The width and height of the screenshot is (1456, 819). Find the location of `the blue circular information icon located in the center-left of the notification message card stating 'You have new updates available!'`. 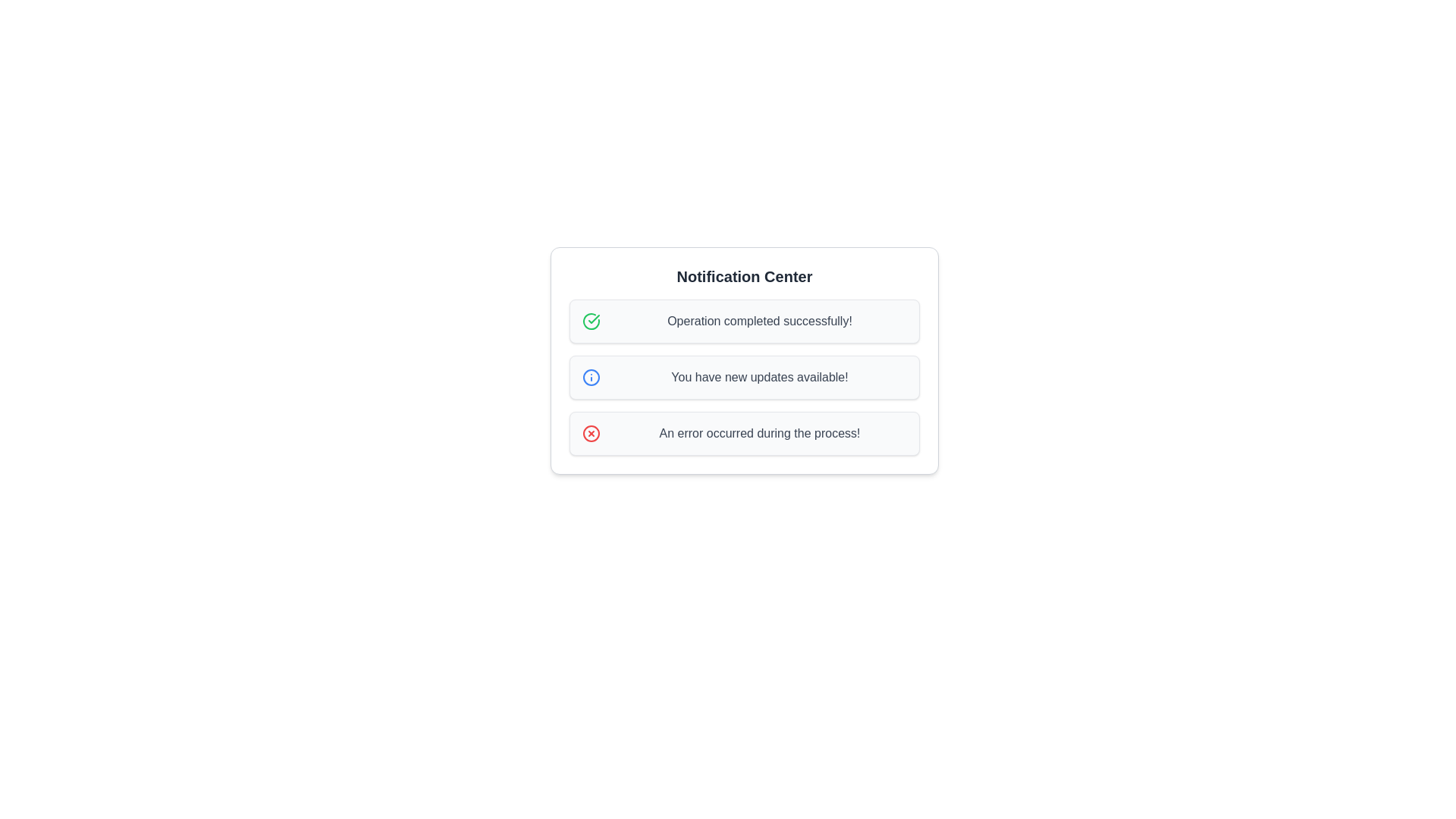

the blue circular information icon located in the center-left of the notification message card stating 'You have new updates available!' is located at coordinates (590, 376).